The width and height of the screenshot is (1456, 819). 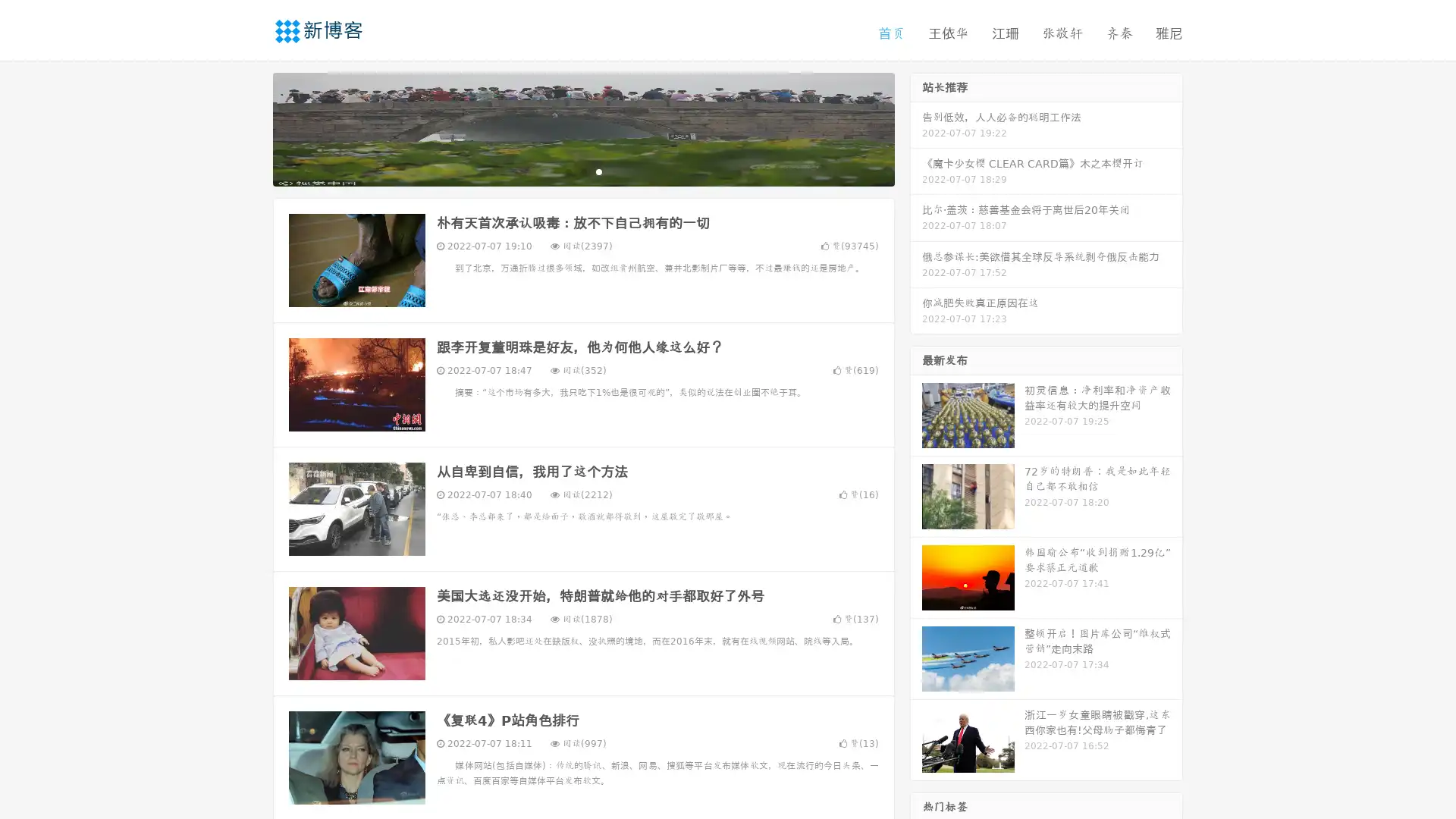 I want to click on Go to slide 3, so click(x=598, y=171).